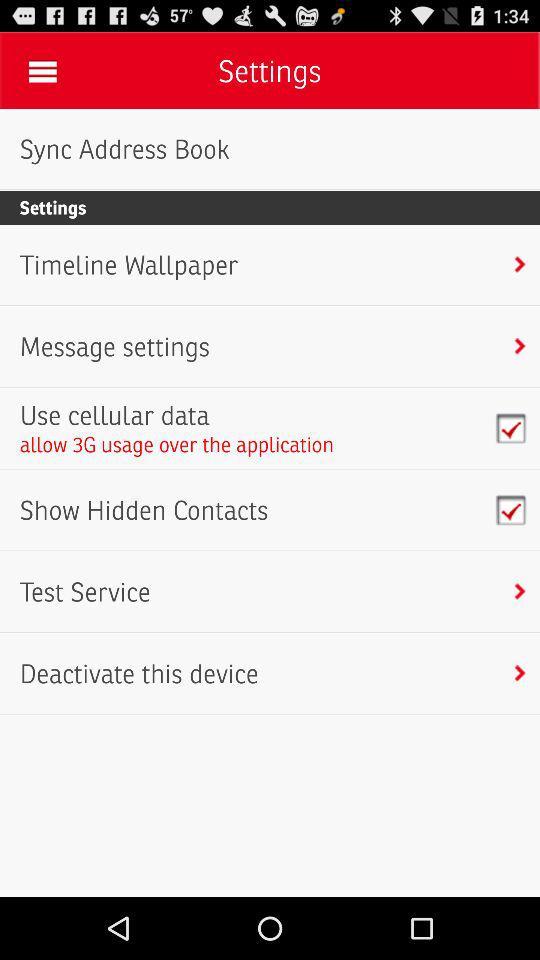  Describe the element at coordinates (177, 414) in the screenshot. I see `the app above the allow 3g usage app` at that location.